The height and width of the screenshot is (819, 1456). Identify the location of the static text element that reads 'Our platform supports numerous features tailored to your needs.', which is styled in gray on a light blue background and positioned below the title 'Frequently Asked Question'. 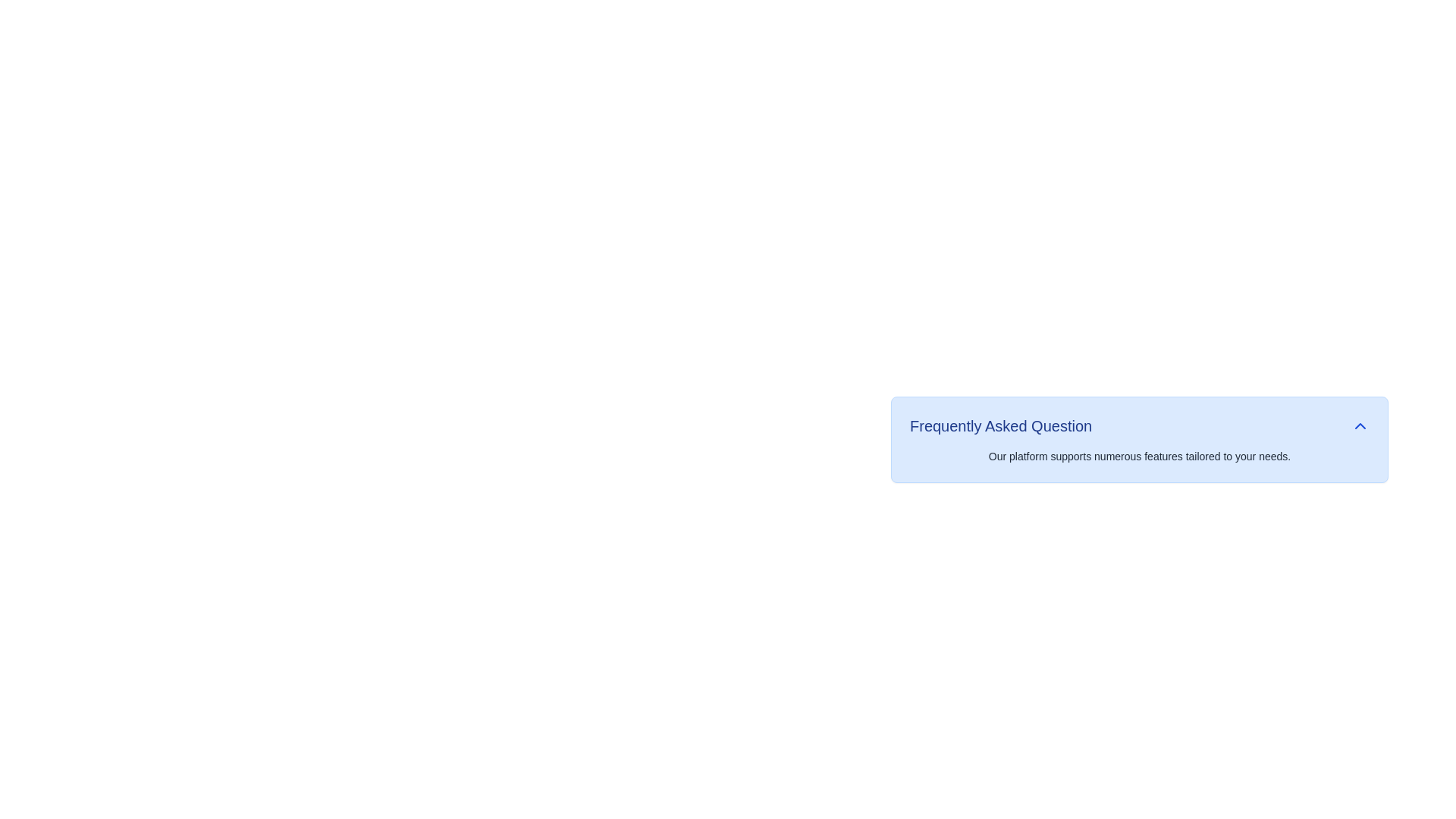
(1139, 455).